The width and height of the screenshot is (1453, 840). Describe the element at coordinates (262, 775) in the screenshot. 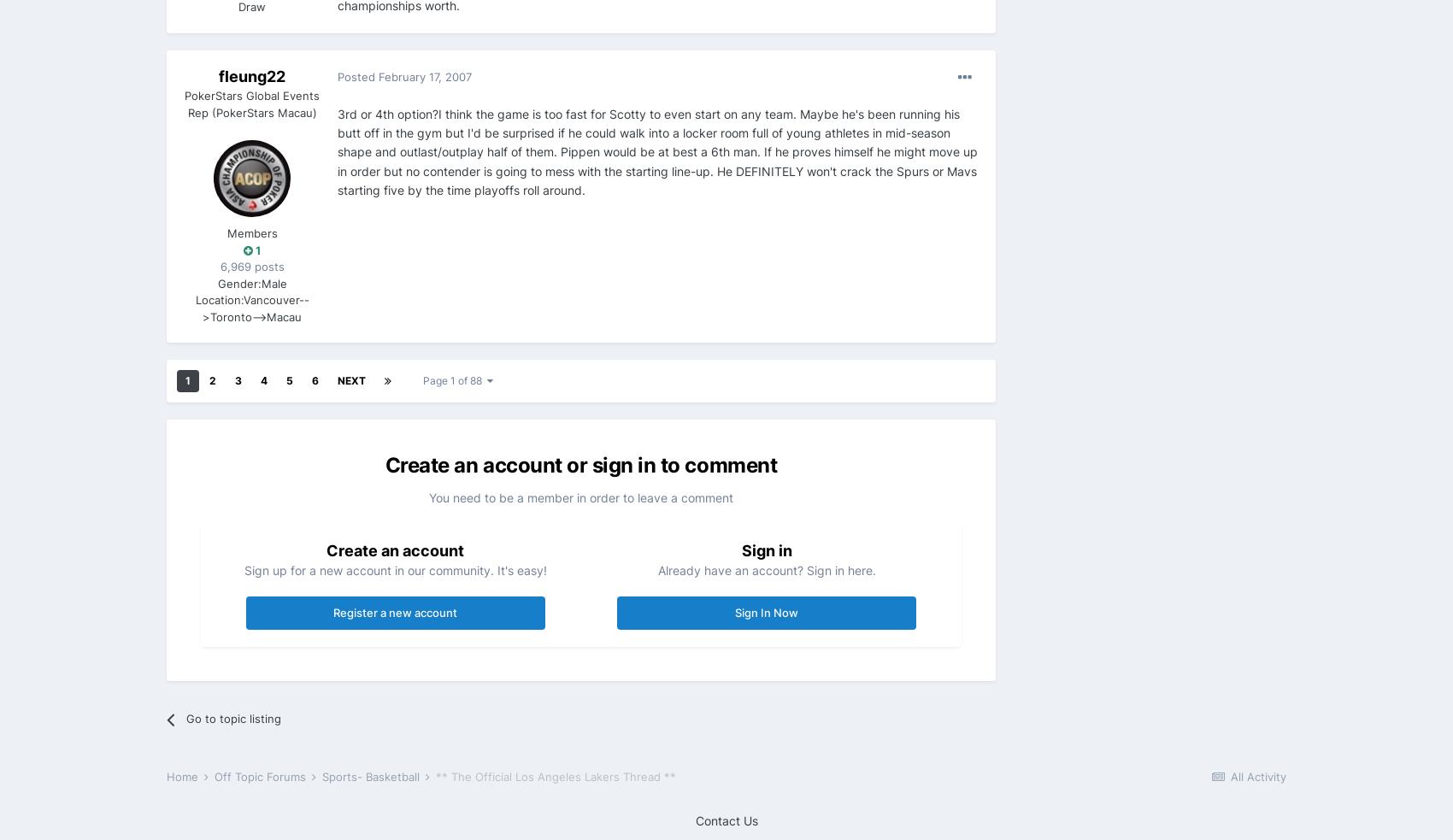

I see `'Off Topic Forums'` at that location.